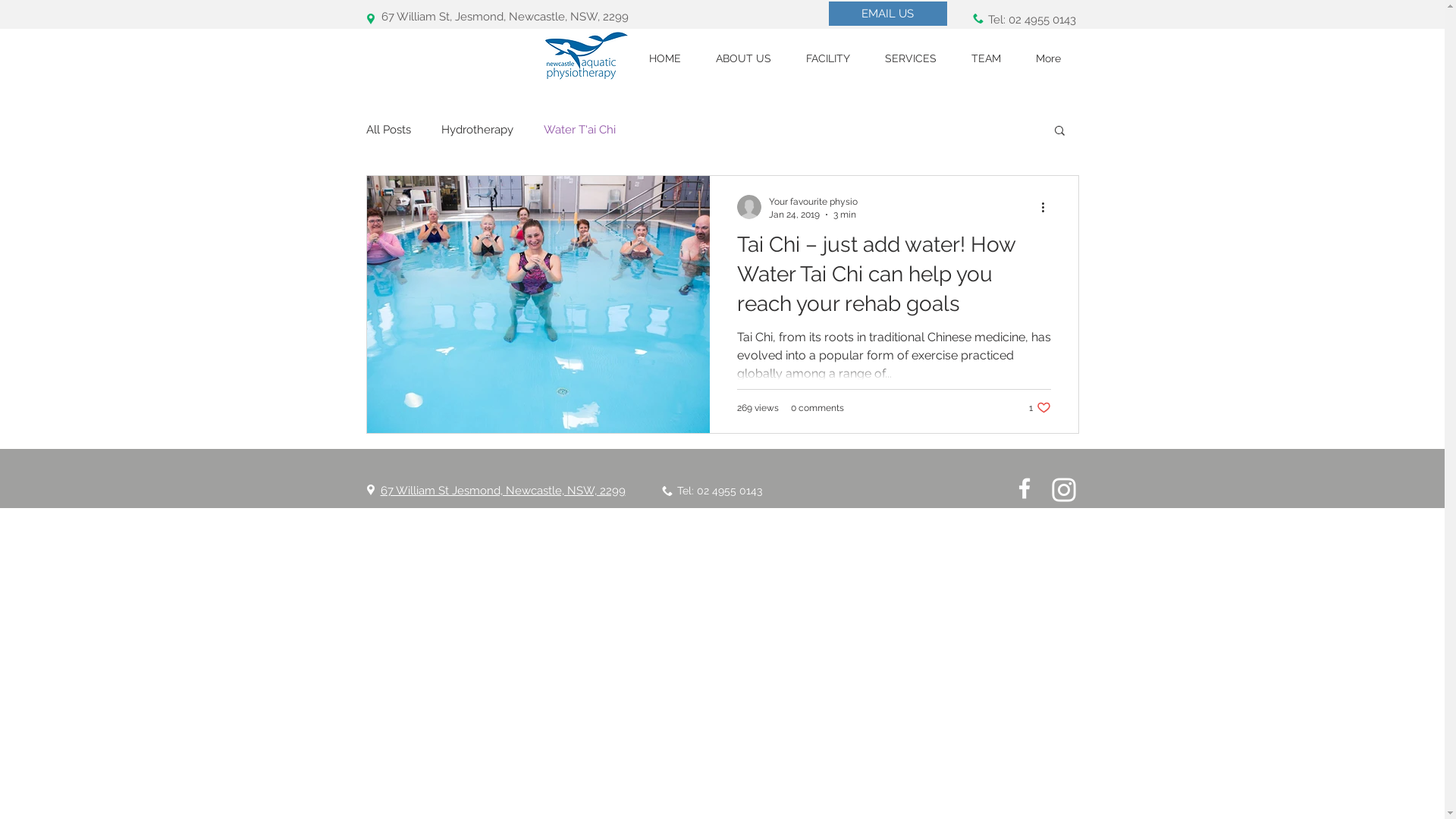 The width and height of the screenshot is (1456, 819). What do you see at coordinates (542, 128) in the screenshot?
I see `'Water T'ai Chi'` at bounding box center [542, 128].